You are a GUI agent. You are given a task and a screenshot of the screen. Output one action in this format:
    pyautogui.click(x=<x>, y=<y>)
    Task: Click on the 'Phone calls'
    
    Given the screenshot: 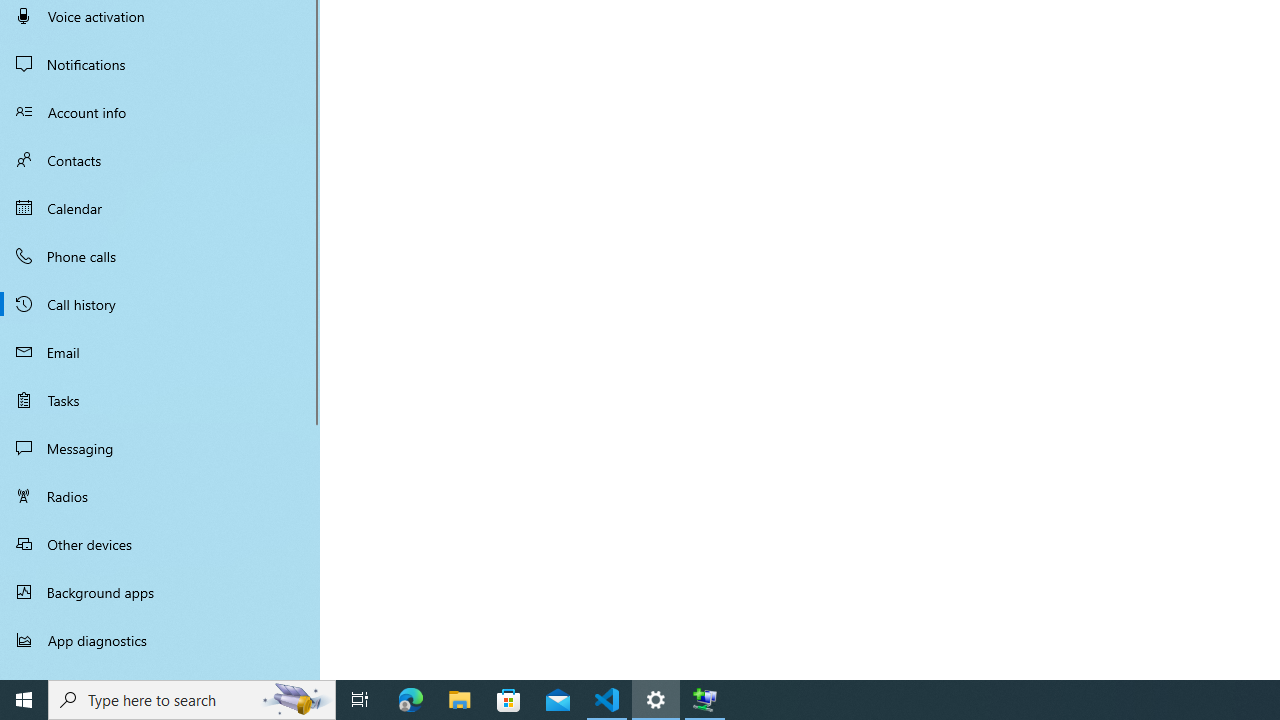 What is the action you would take?
    pyautogui.click(x=160, y=254)
    